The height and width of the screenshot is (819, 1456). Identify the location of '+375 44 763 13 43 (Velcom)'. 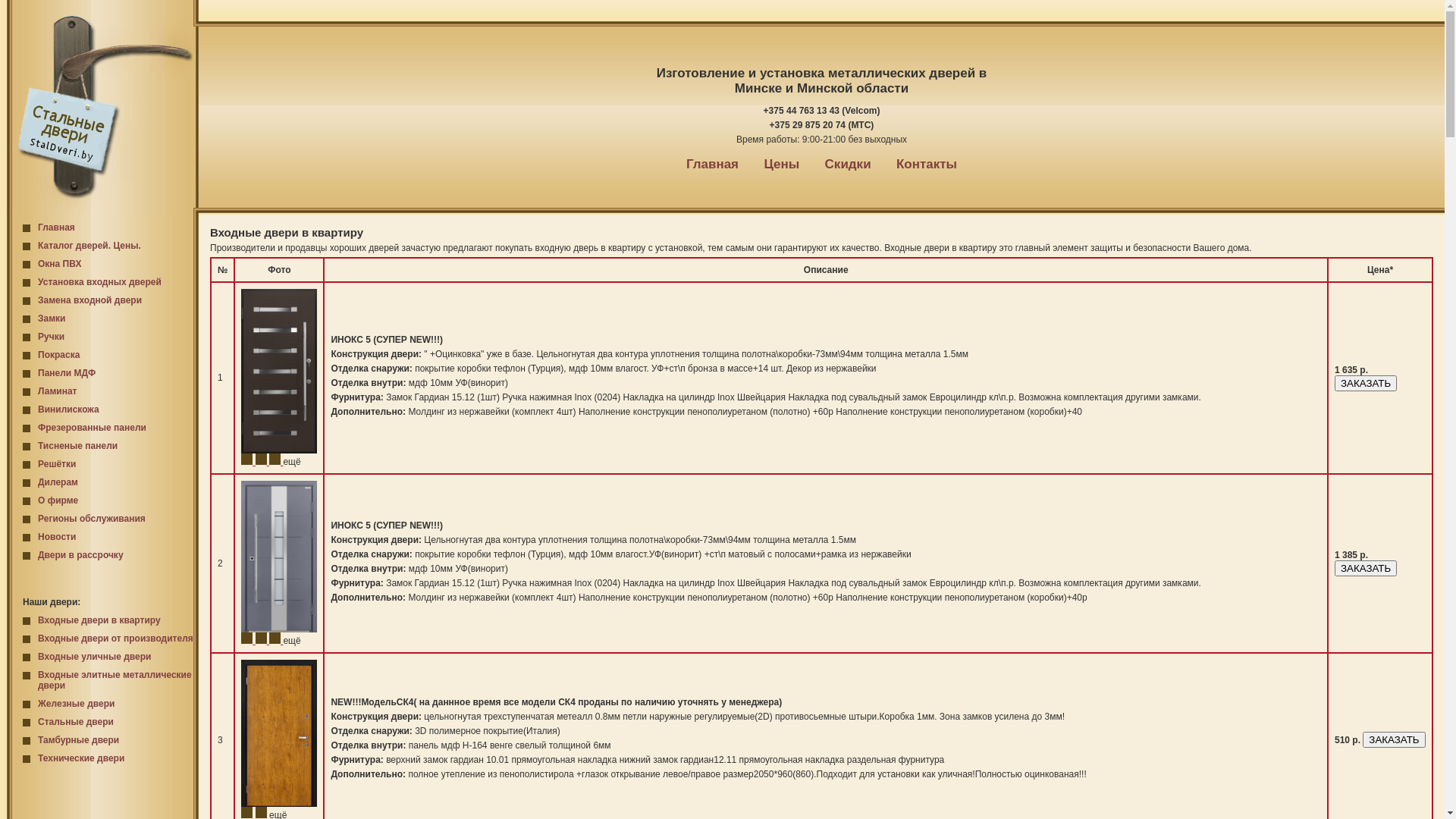
(764, 109).